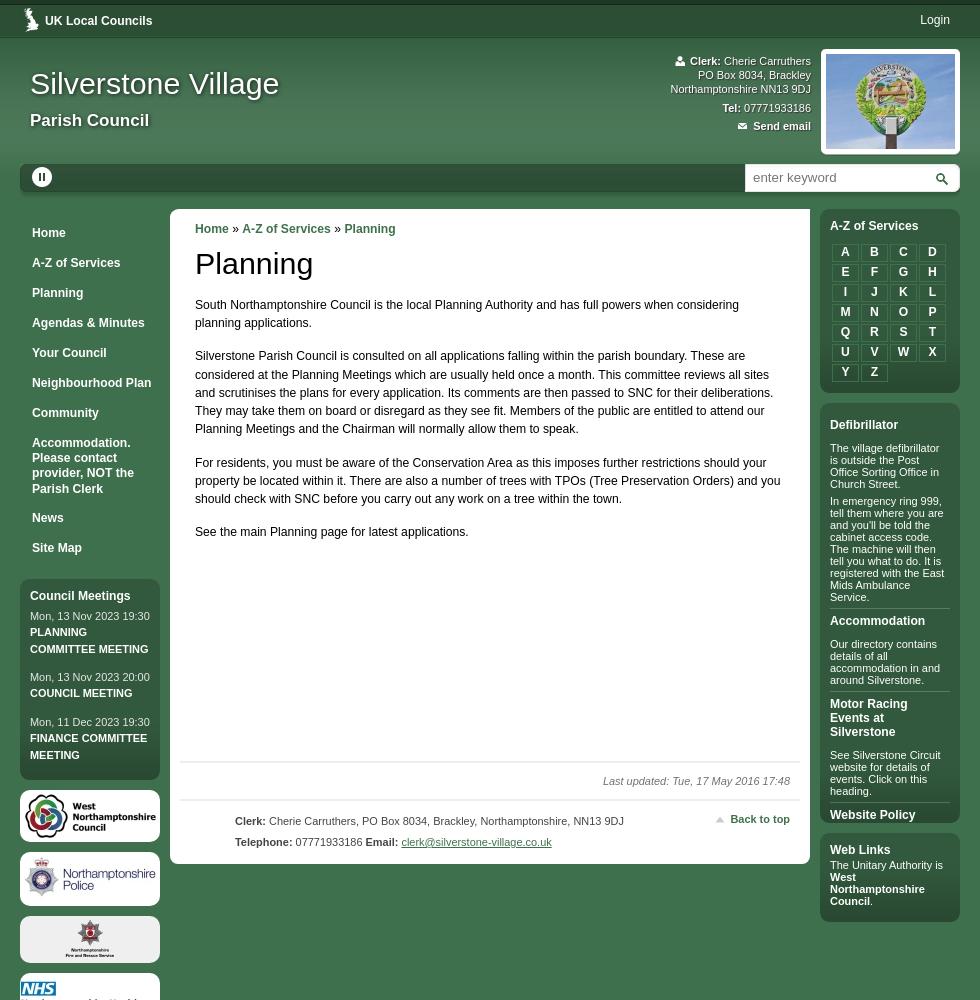  Describe the element at coordinates (444, 820) in the screenshot. I see `'Cherie Carruthers, PO Box 8034, Brackley, Northamptonshire, NN13 9DJ'` at that location.